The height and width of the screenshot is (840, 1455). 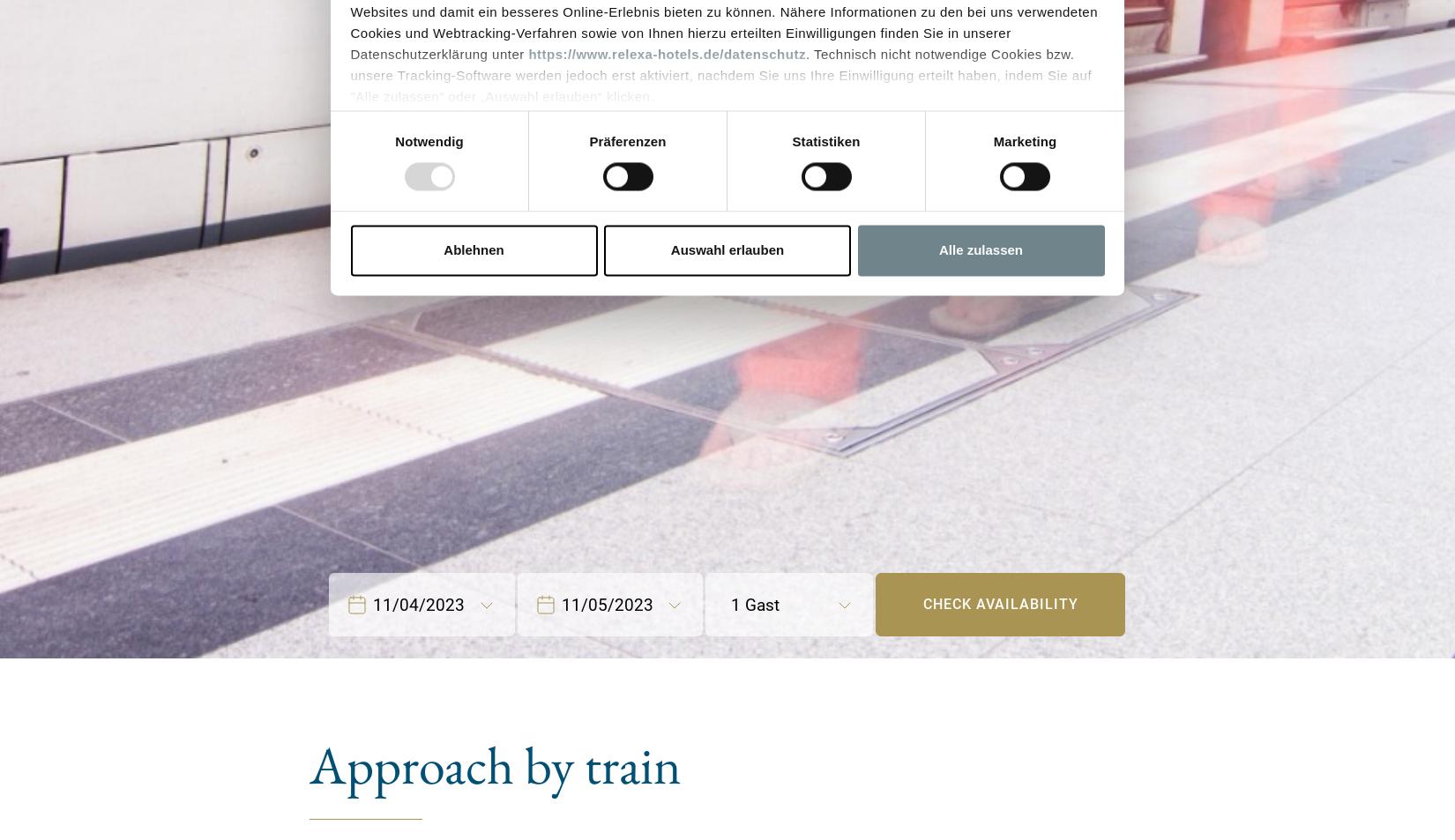 I want to click on 'Ihre Einwilligung können Sie jederzeit mit Wirkung für die Zukunft widerrufen durch Klicken des nachfolgenden Buttons/Links: „Ablehnen“. Sie können Ihren Browser so einstellen, dass er Sie über die Platzierung von Cookies informiert. So wird der Gebrauch von Cookies für Sie transparent. Wenn Sie die Nutzung von Cookies völlig ausschließen, können Sie einzelne Funktionen unserer Website - inklusive der Möglichkeit zum Cookie-basierten Opt-Out vom Tracking - nicht verwenden.', so click(x=720, y=327).